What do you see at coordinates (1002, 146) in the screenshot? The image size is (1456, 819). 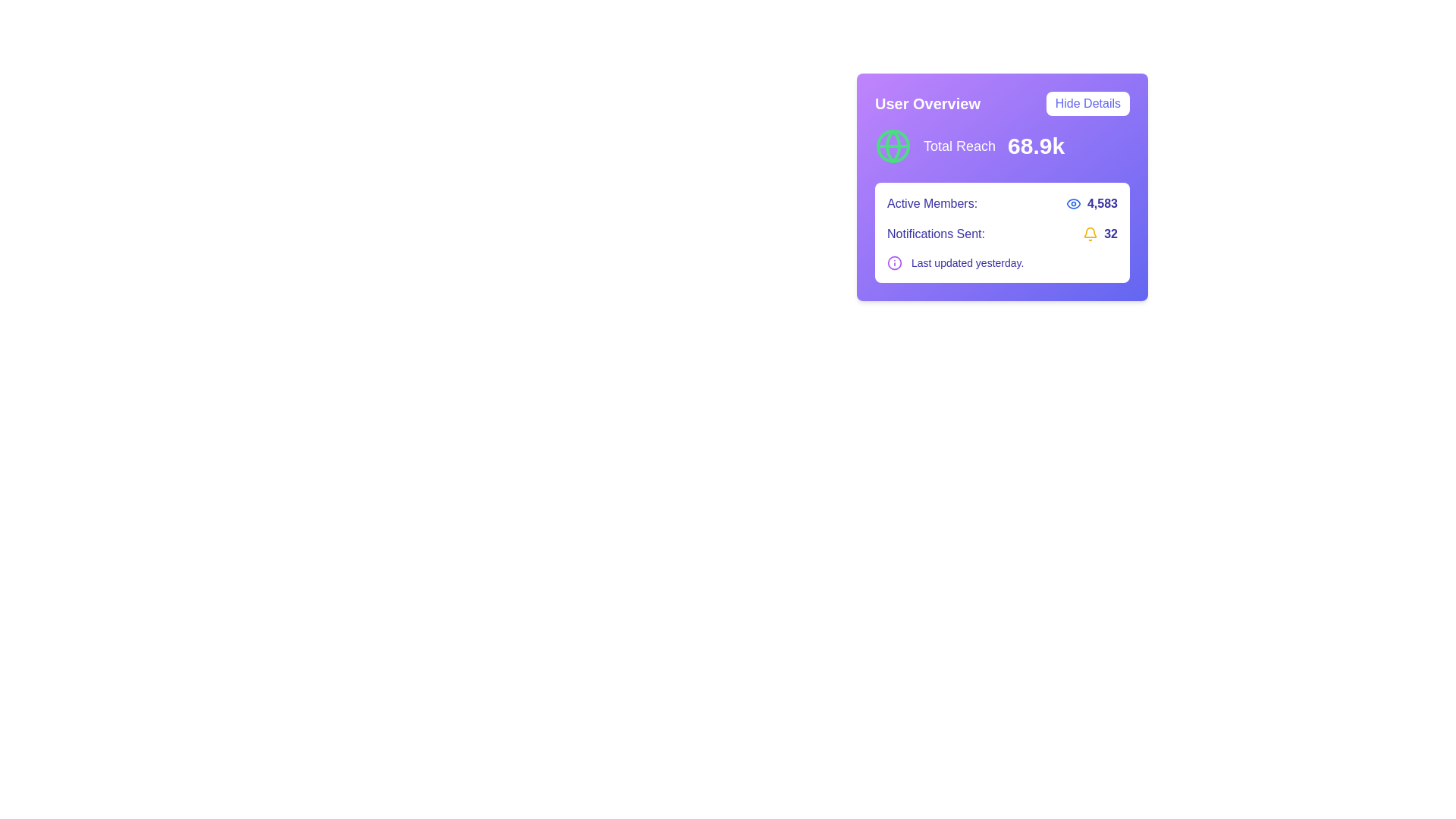 I see `the Informational display containing a green globe icon and the text 'Total Reach' with the figure '68.9k' in bold, located below the 'User Overview' heading` at bounding box center [1002, 146].